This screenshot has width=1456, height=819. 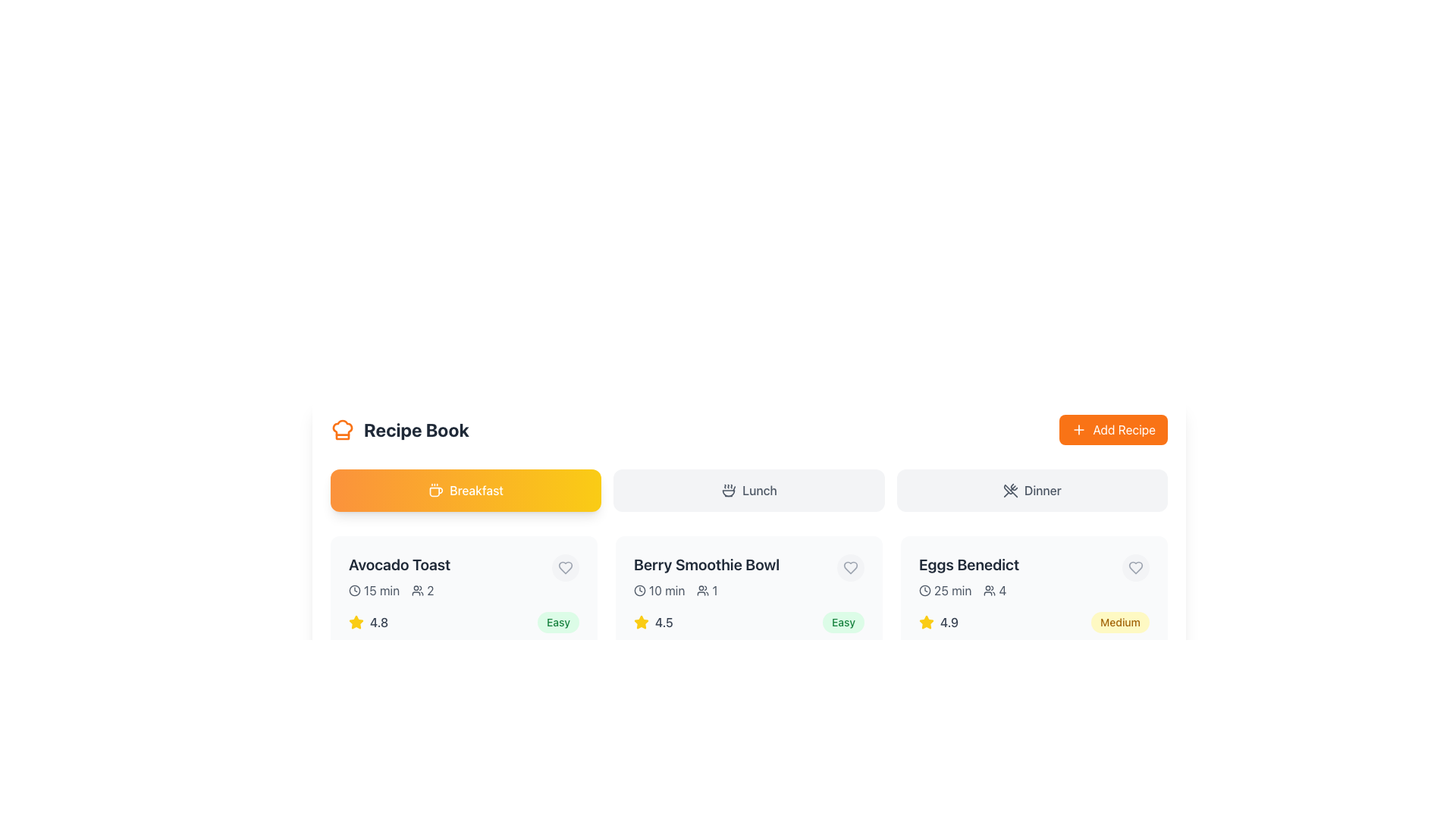 I want to click on the 'Avocado Toast' recipe card widget, which has a light gray background, rounded corners, and displays the title prominently in bold font. It is the leftmost card among three in the 'Breakfast' category, so click(x=463, y=617).